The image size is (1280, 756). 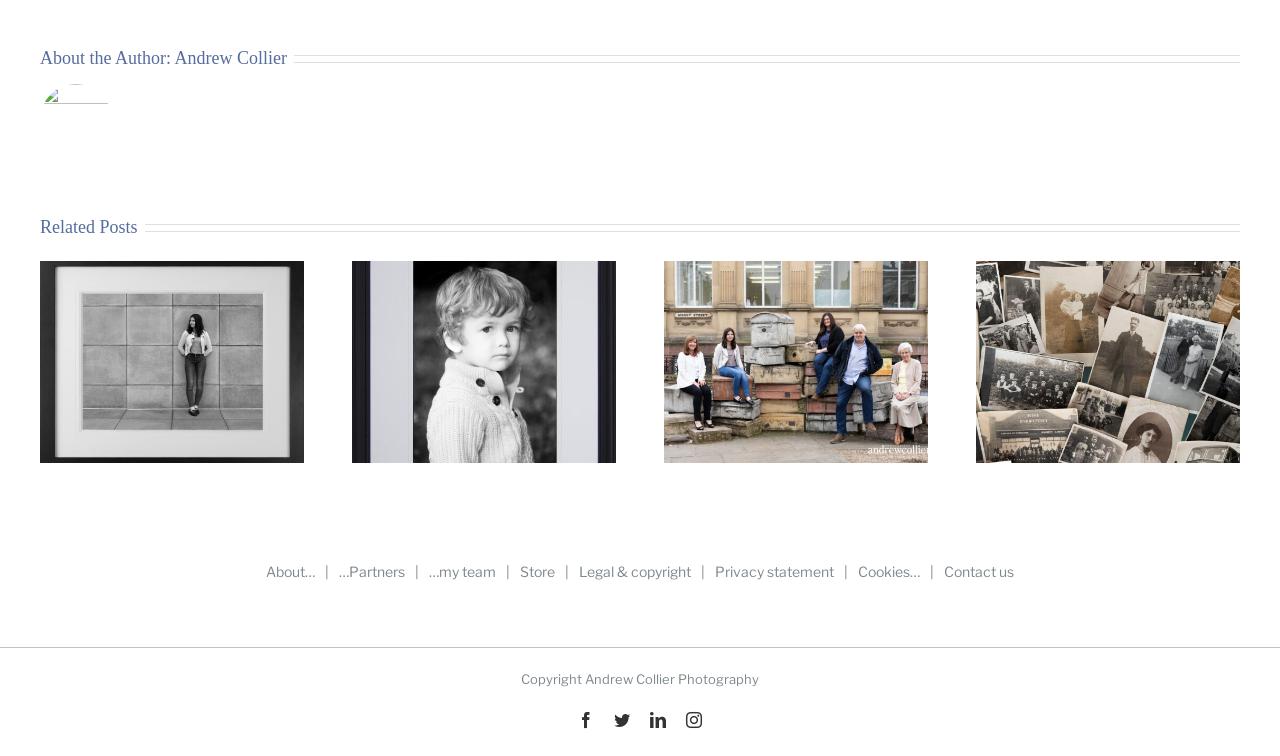 What do you see at coordinates (640, 678) in the screenshot?
I see `'Copyright Andrew Collier Photography'` at bounding box center [640, 678].